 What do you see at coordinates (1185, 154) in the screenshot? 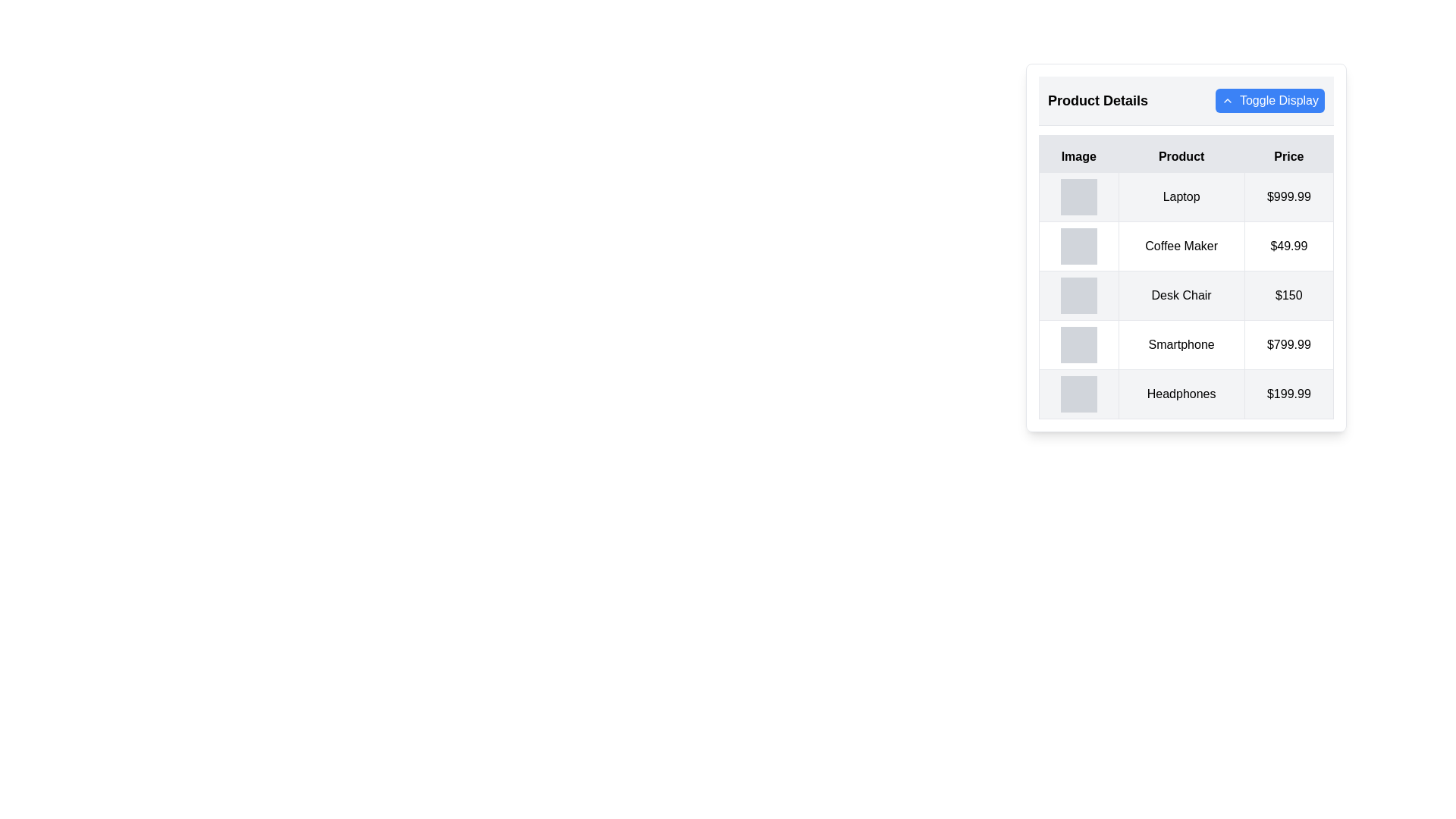
I see `the 'Product' label in the Table Header Row to sort the table by products` at bounding box center [1185, 154].